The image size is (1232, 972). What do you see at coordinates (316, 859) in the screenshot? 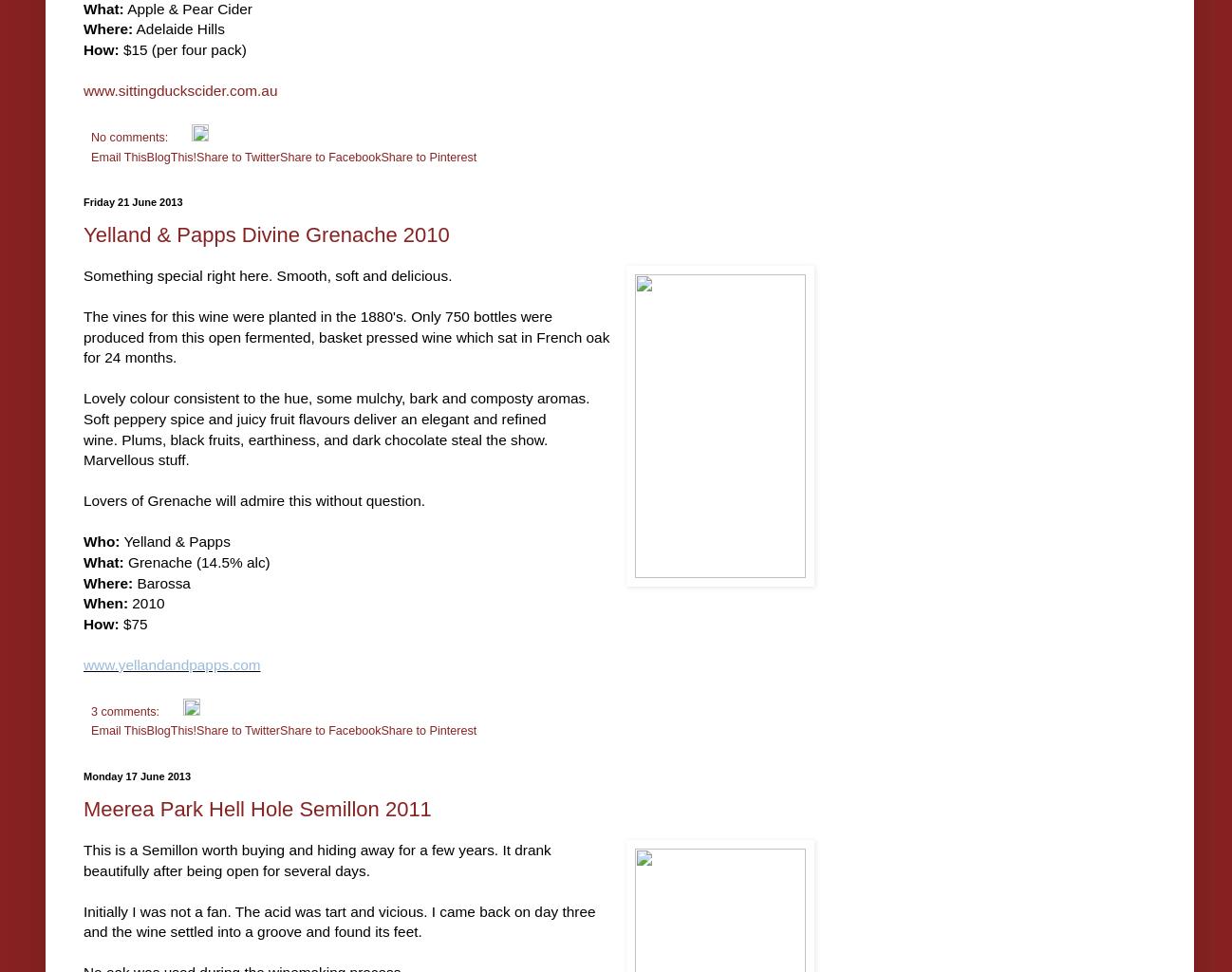
I see `'This is a Semillon worth buying and hiding away for a few years. It drank beautifully after being open for several days.'` at bounding box center [316, 859].